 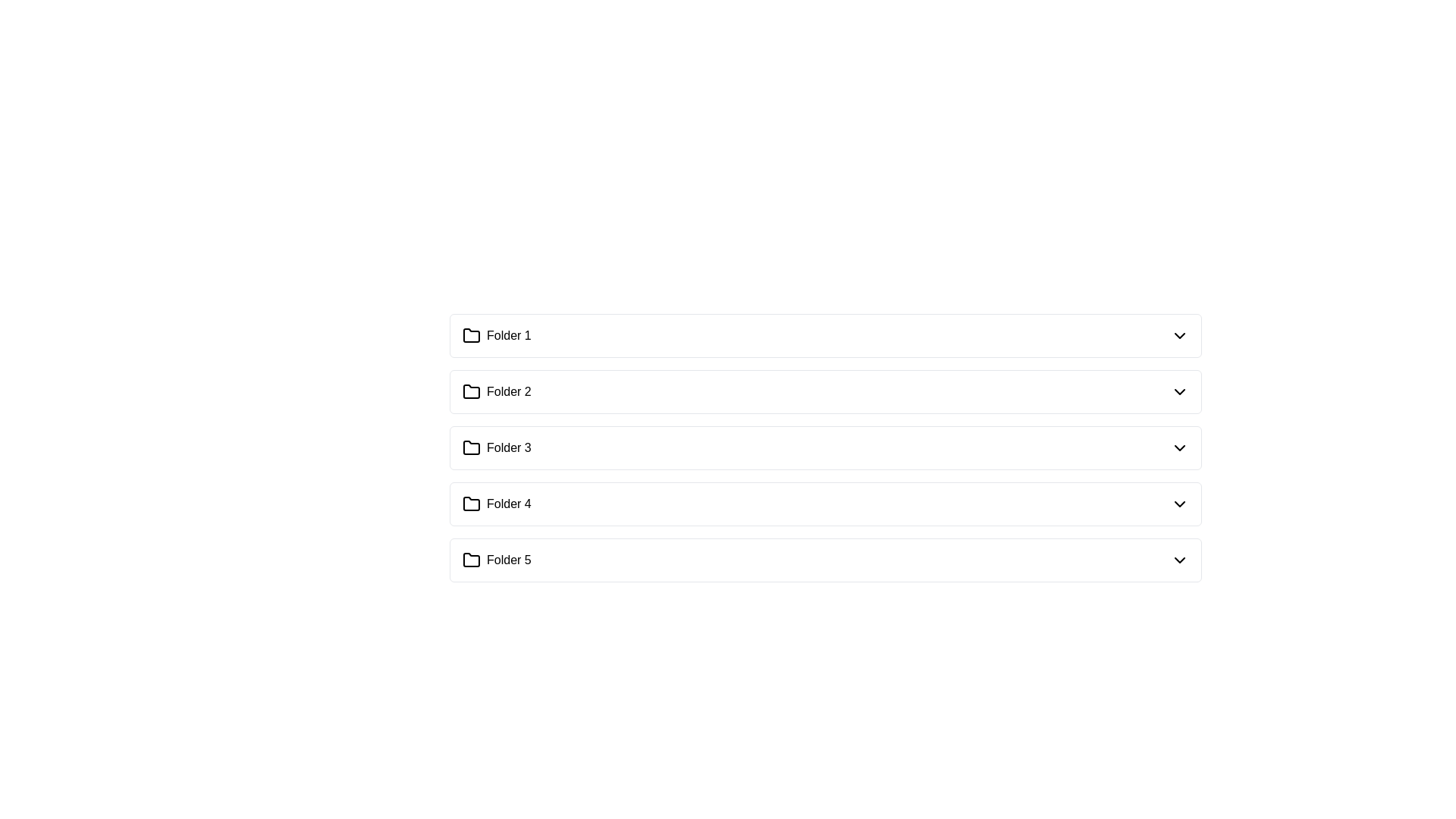 What do you see at coordinates (471, 334) in the screenshot?
I see `the graphic icon indicating 'Folder 1'` at bounding box center [471, 334].